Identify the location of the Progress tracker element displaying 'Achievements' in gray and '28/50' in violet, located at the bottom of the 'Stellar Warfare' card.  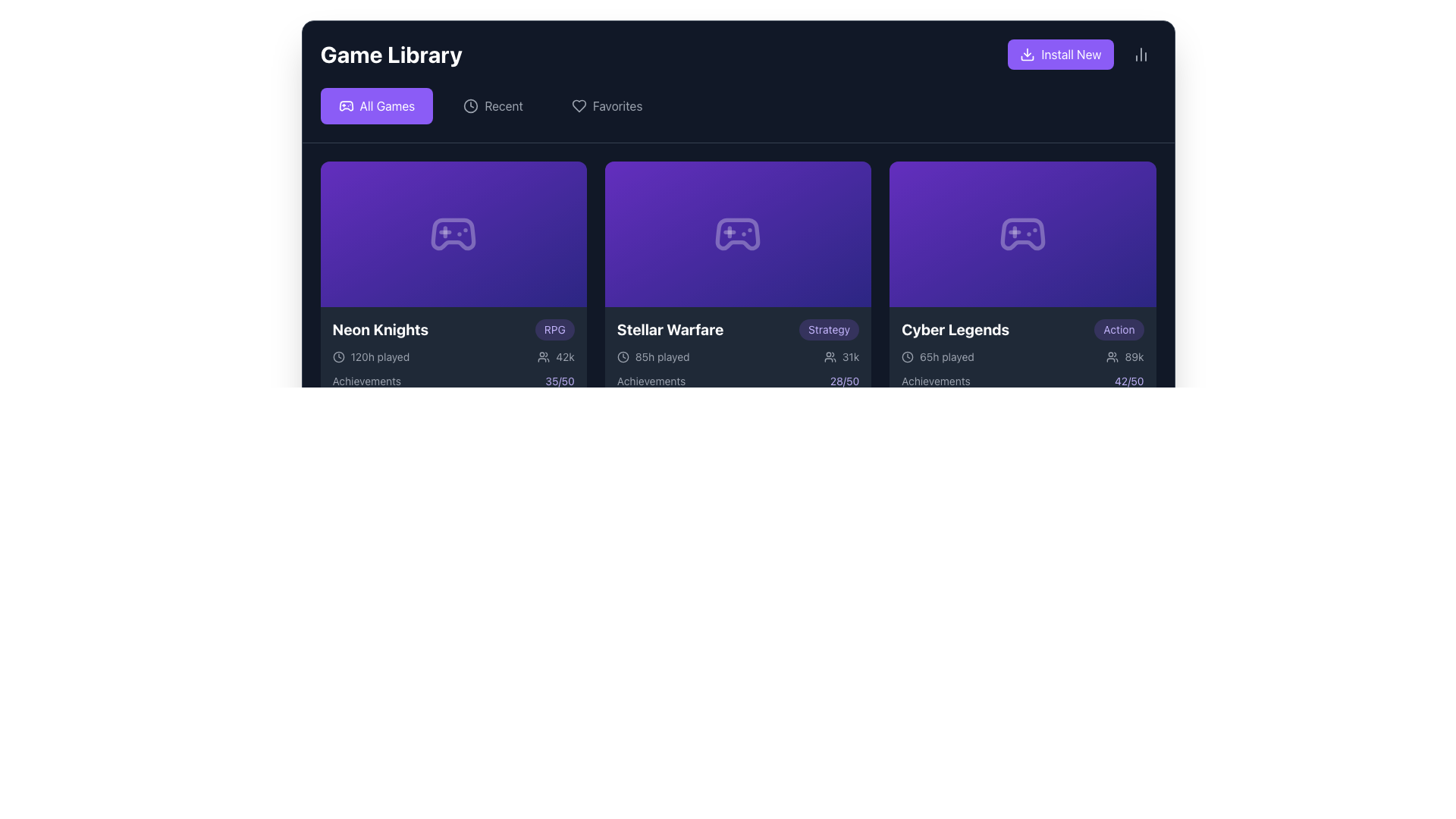
(738, 386).